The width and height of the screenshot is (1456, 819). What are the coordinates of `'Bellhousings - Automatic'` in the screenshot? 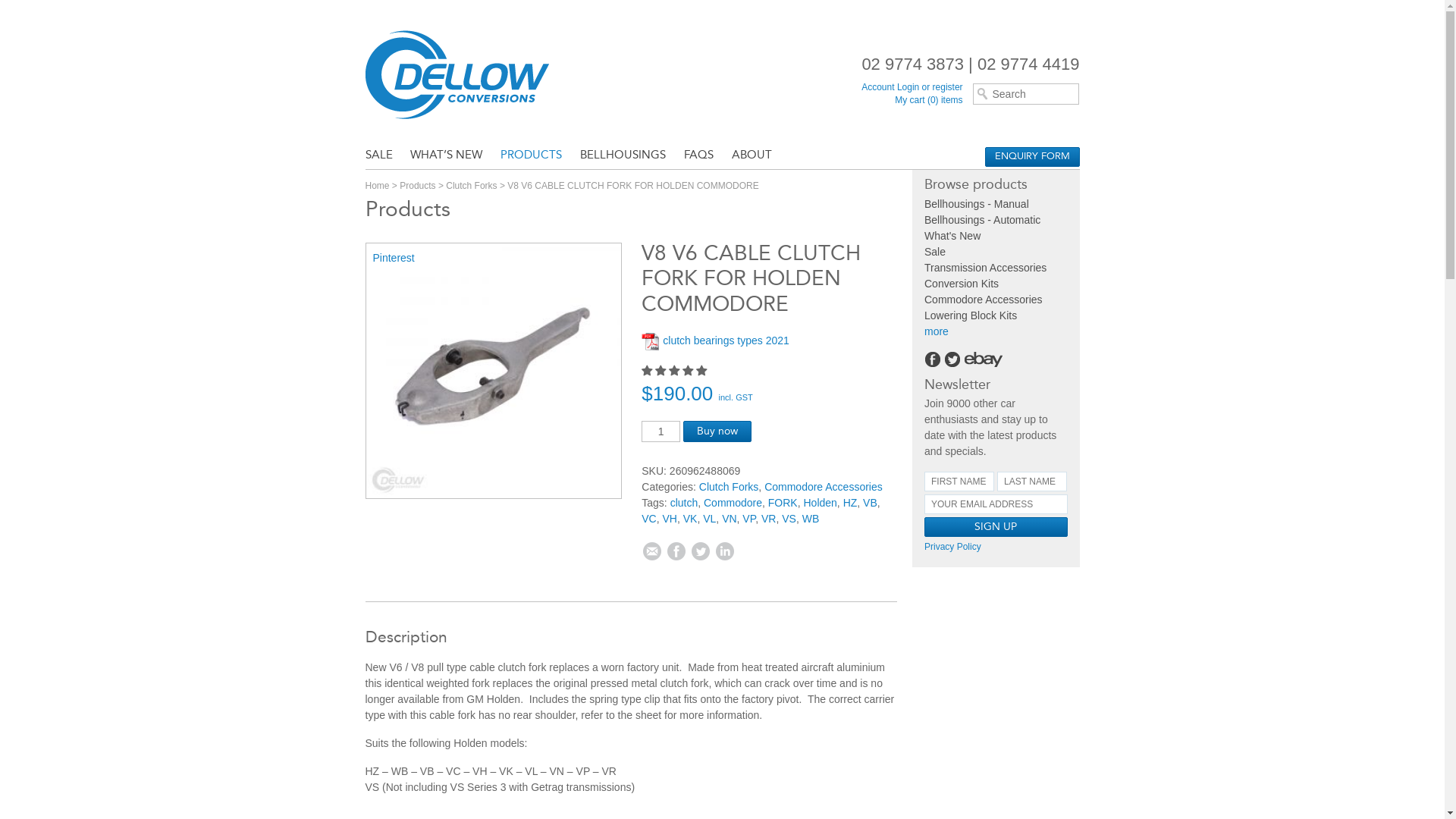 It's located at (982, 219).